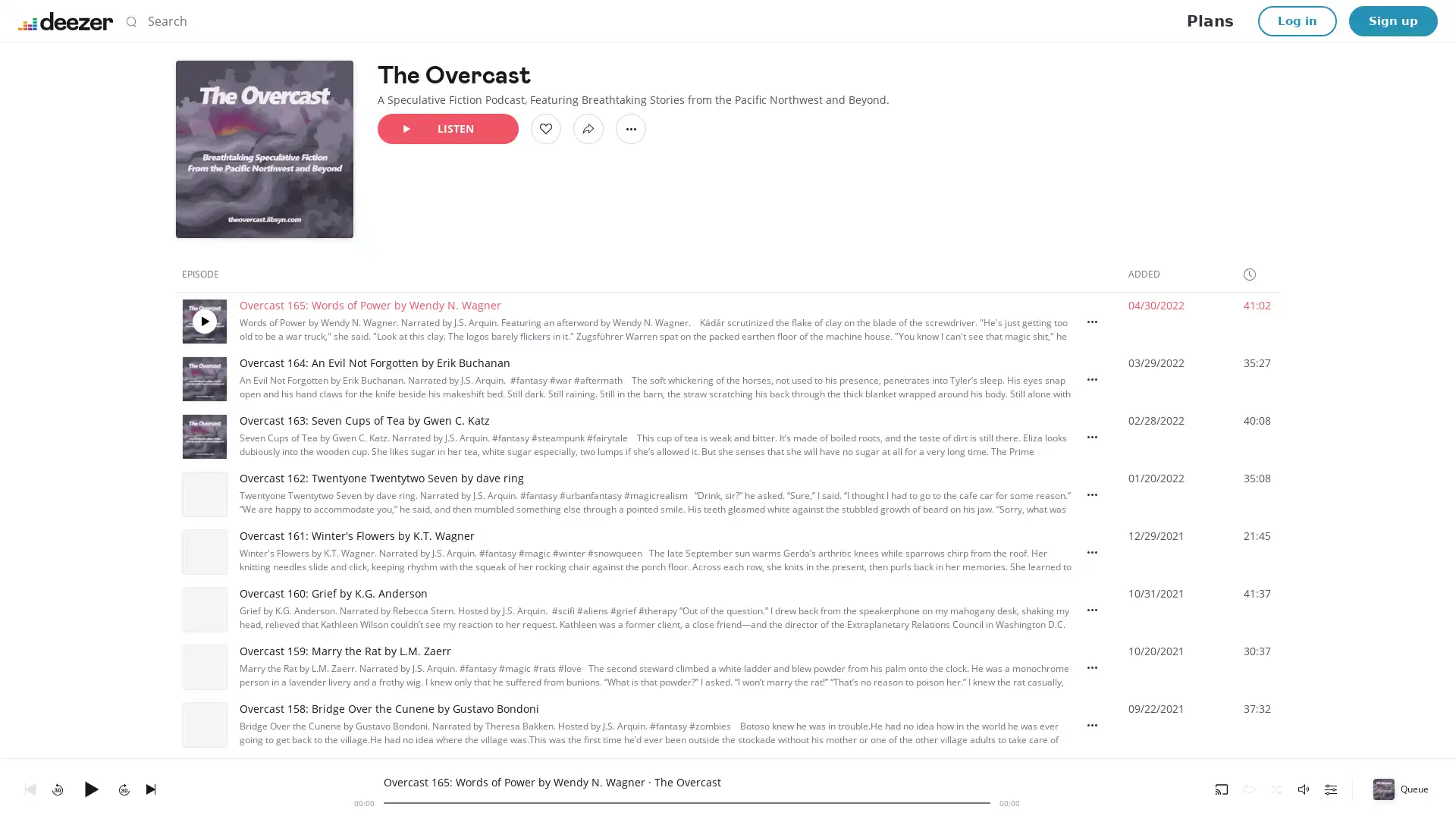 The height and width of the screenshot is (819, 1456). I want to click on Play, so click(90, 788).